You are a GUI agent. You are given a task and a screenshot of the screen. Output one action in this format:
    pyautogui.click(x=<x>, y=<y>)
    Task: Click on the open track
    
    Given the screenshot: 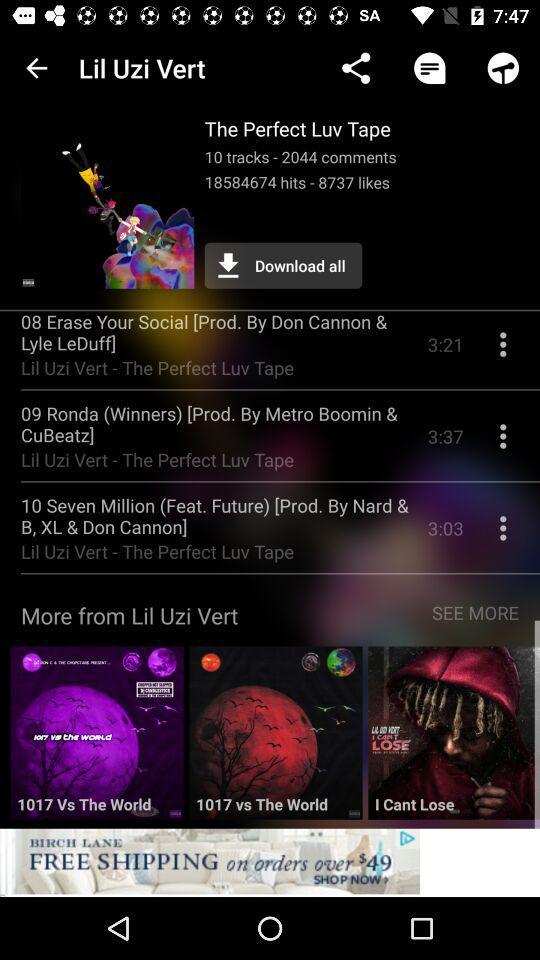 What is the action you would take?
    pyautogui.click(x=454, y=739)
    